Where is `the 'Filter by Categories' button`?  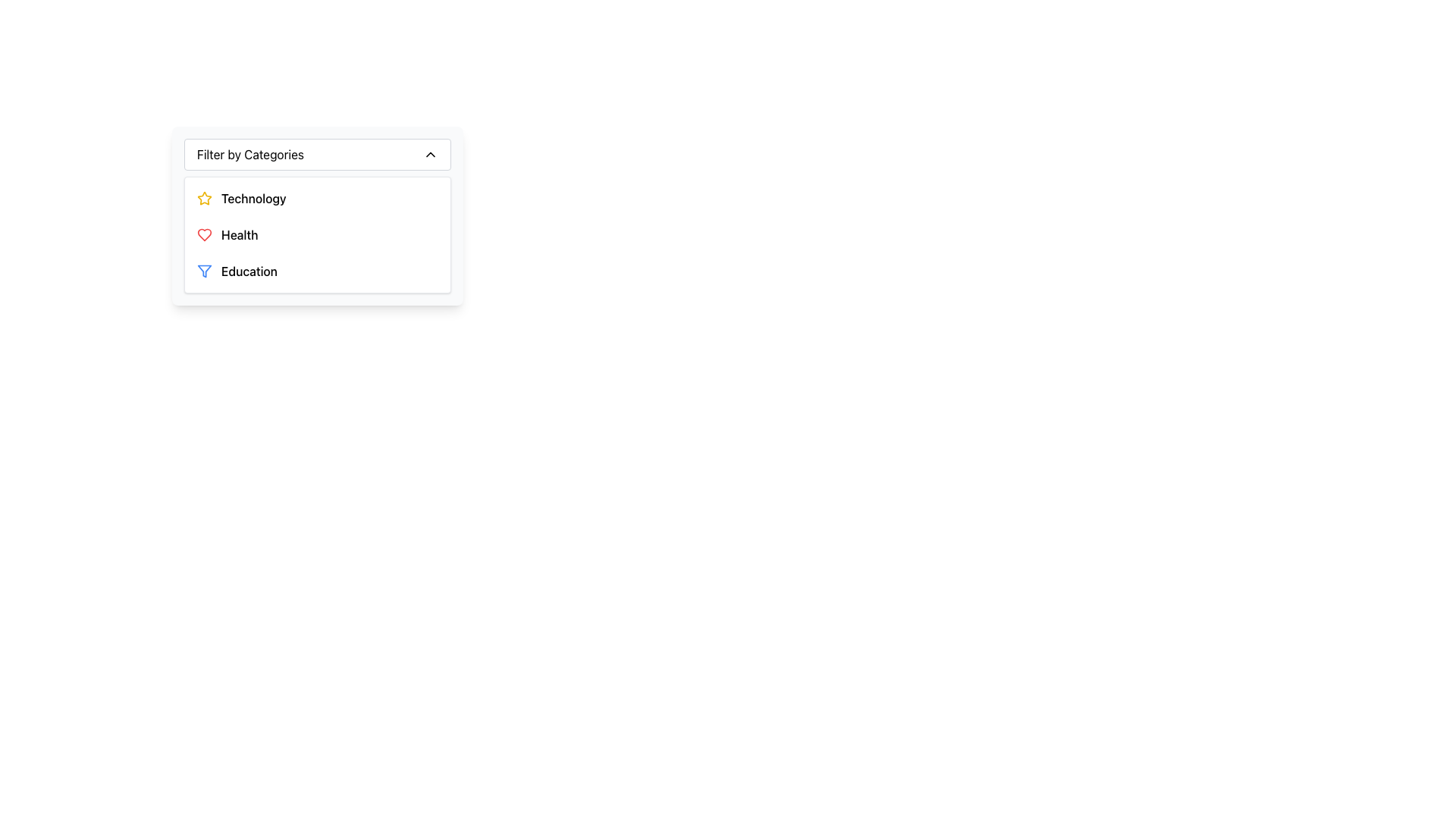 the 'Filter by Categories' button is located at coordinates (316, 155).